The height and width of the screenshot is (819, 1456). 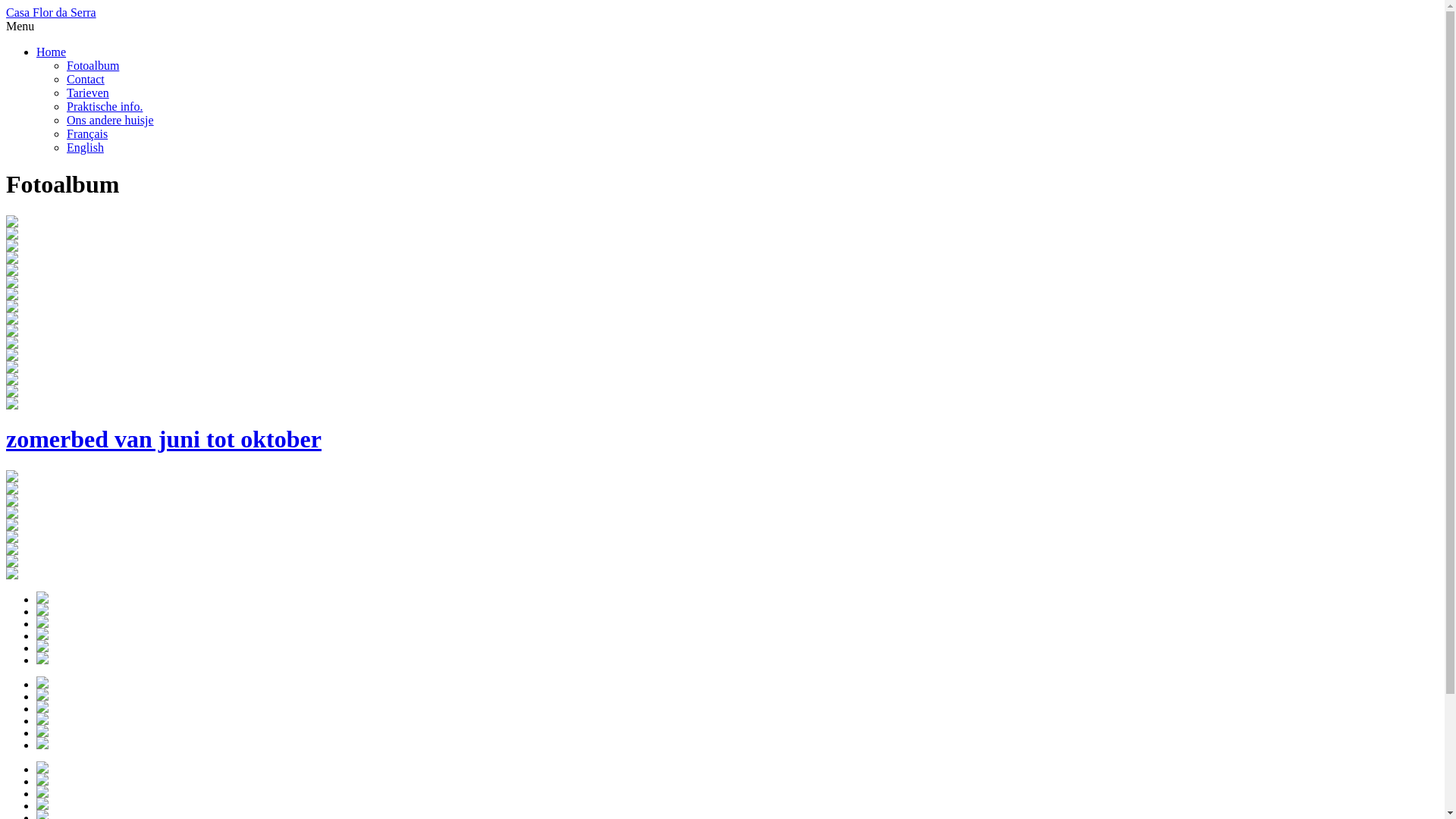 I want to click on 'Fotoalbum', so click(x=92, y=64).